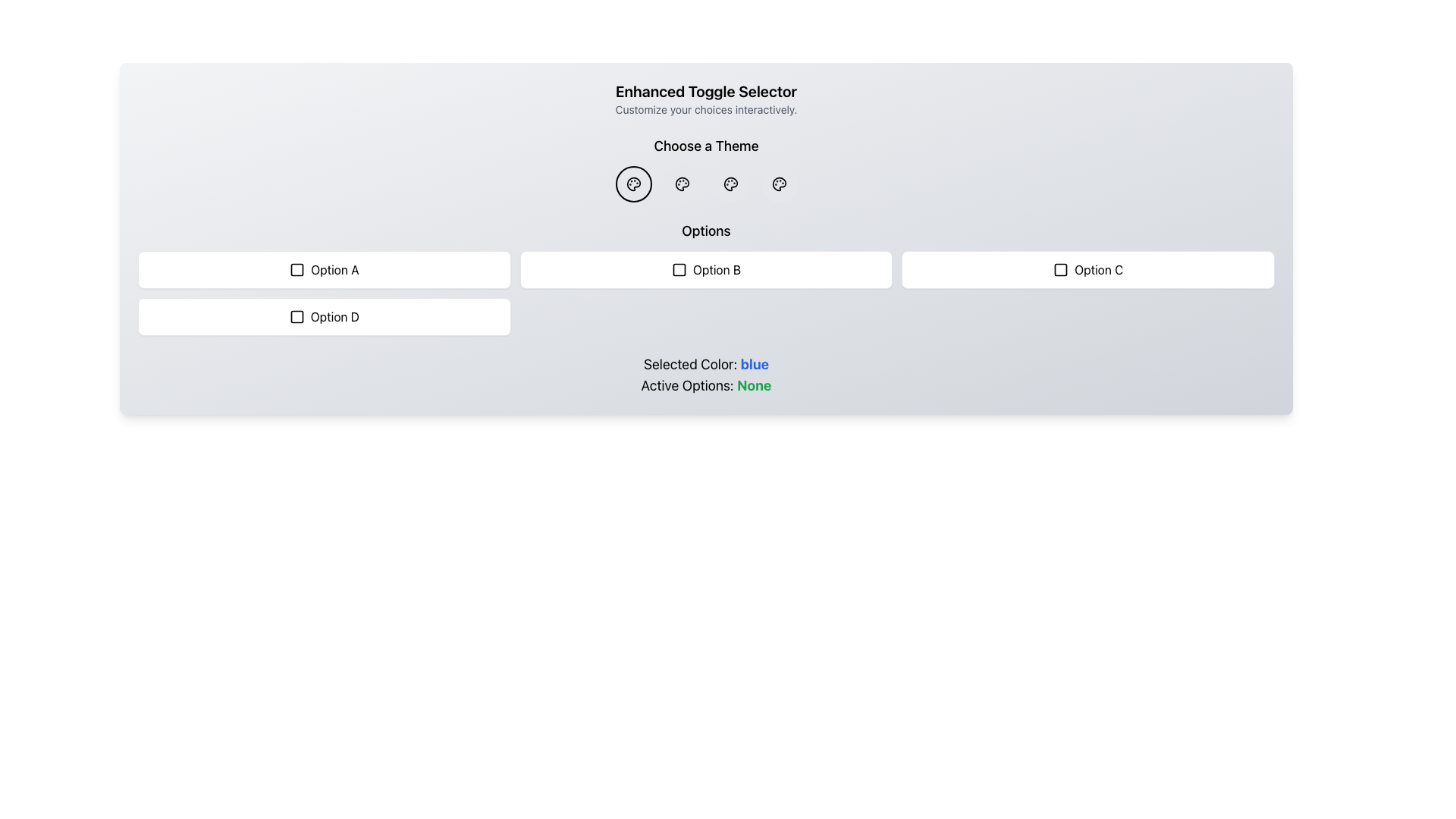  Describe the element at coordinates (297, 315) in the screenshot. I see `the active state of the checkbox labeled 'Option D' to interact via keyboard` at that location.